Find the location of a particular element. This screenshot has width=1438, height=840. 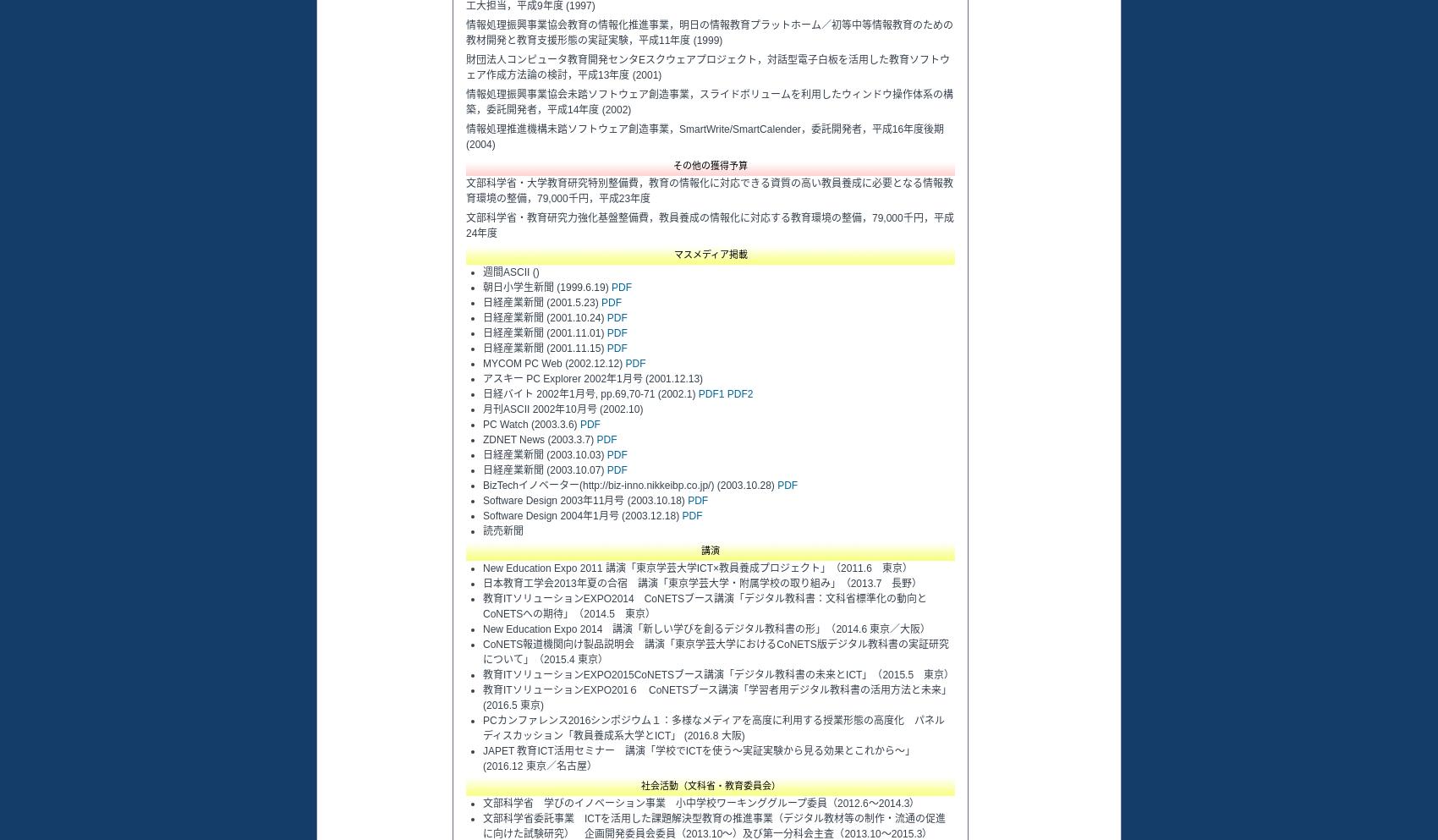

'PCカンファレンス2016シンポジウム１：多様なメディアを高度に利用する授業形態の高度化　パネルディスカッション「教員養成系大学とICT」 (2016.8 大阪)' is located at coordinates (482, 727).